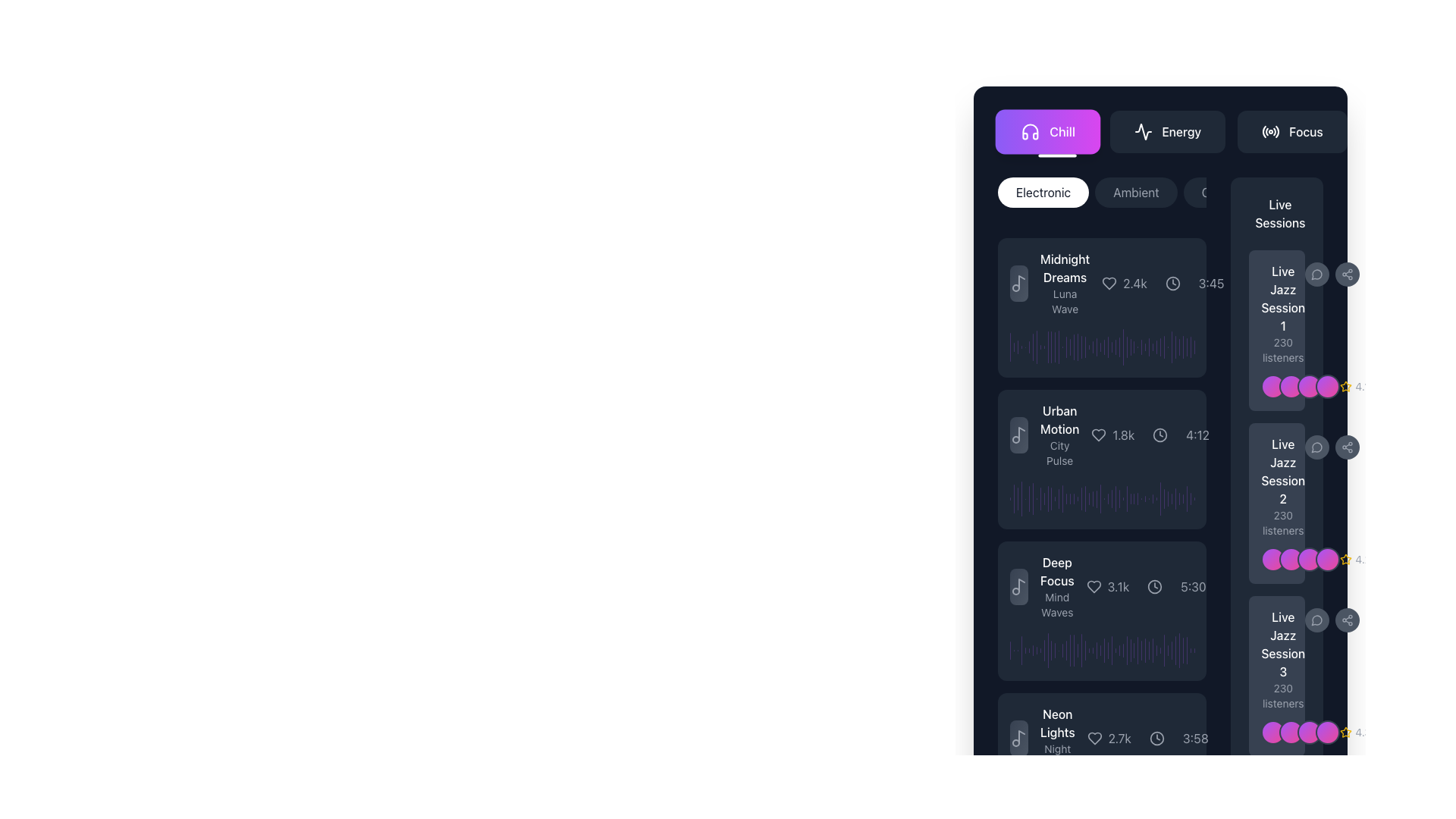  Describe the element at coordinates (1276, 559) in the screenshot. I see `the Avatar group component representing users associated with 'Live Jazz Session 2', located on the right side of the interface below the '4.2' star icon` at that location.